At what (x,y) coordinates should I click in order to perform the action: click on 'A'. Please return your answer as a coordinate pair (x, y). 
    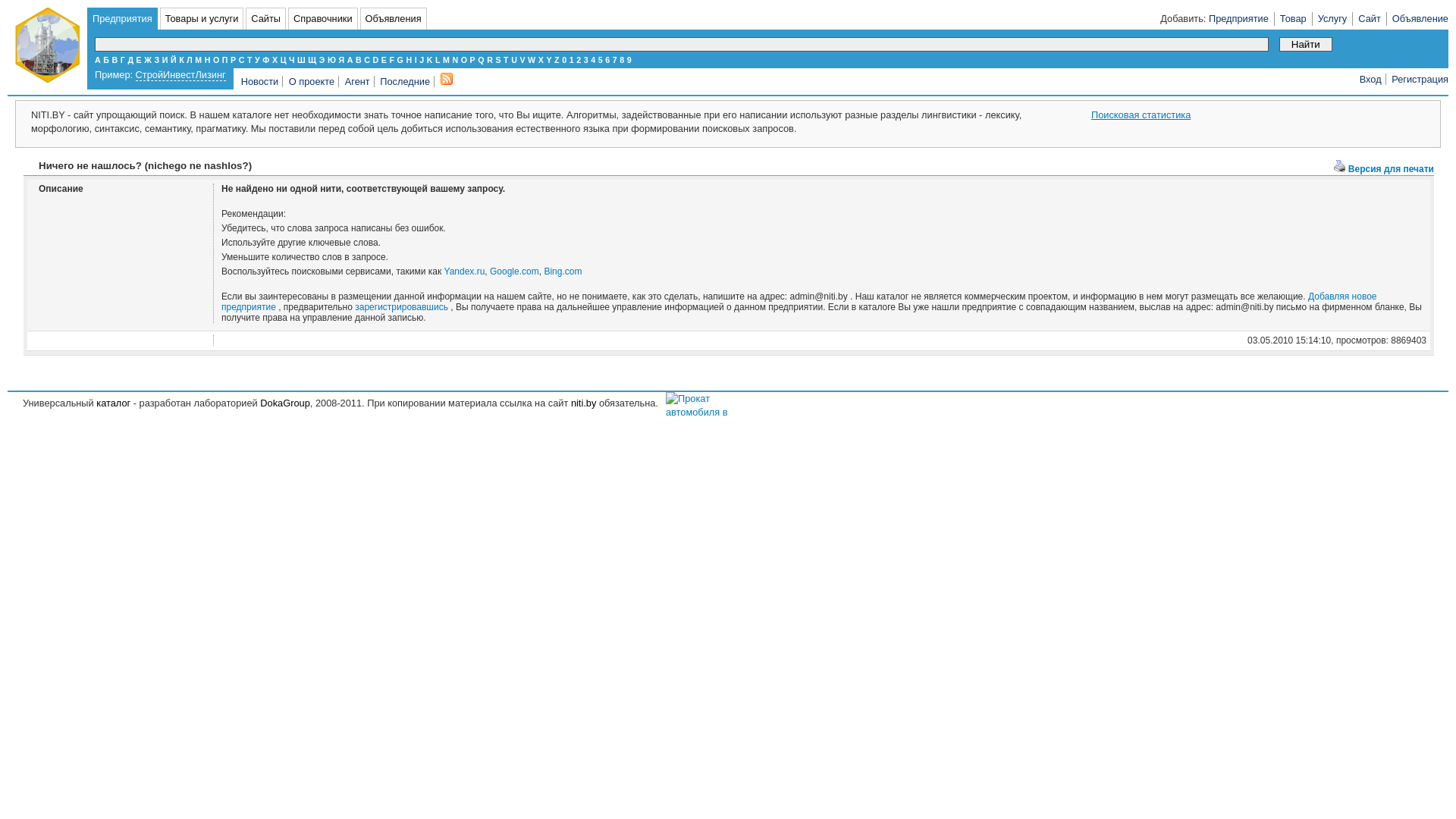
    Looking at the image, I should click on (349, 58).